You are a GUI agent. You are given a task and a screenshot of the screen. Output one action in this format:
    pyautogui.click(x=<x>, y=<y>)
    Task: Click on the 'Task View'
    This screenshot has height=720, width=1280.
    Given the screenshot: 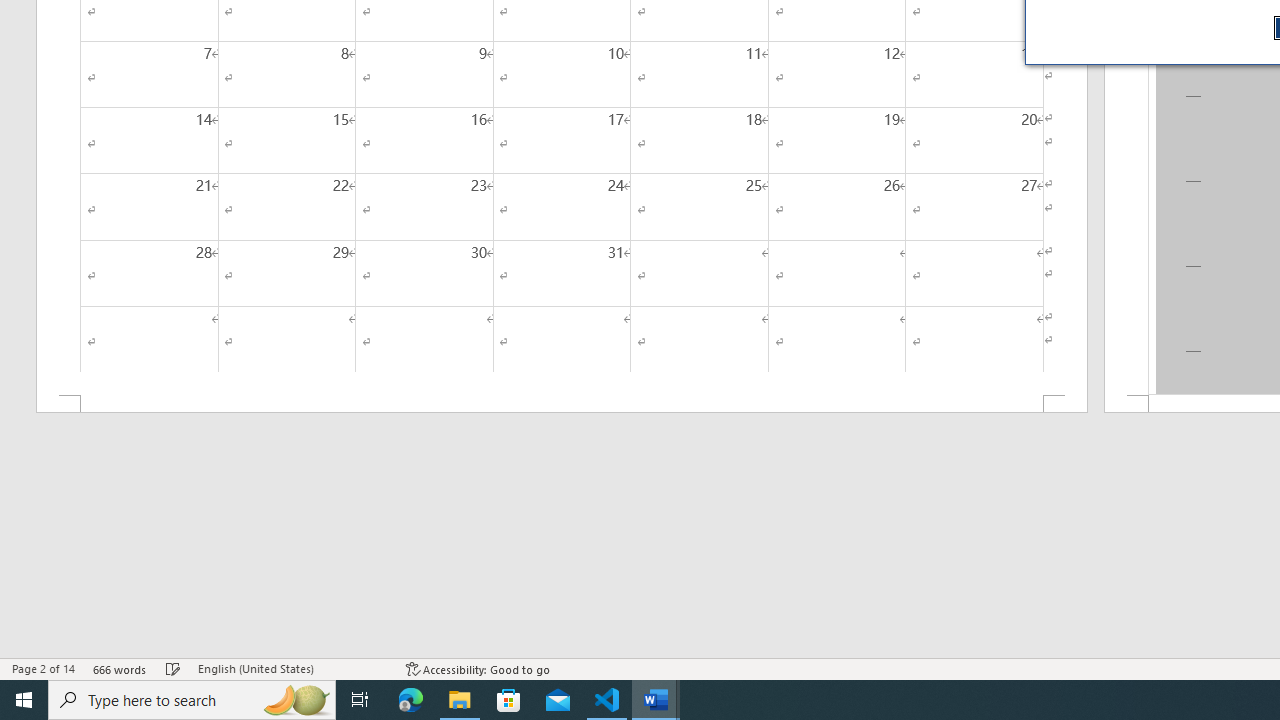 What is the action you would take?
    pyautogui.click(x=359, y=698)
    